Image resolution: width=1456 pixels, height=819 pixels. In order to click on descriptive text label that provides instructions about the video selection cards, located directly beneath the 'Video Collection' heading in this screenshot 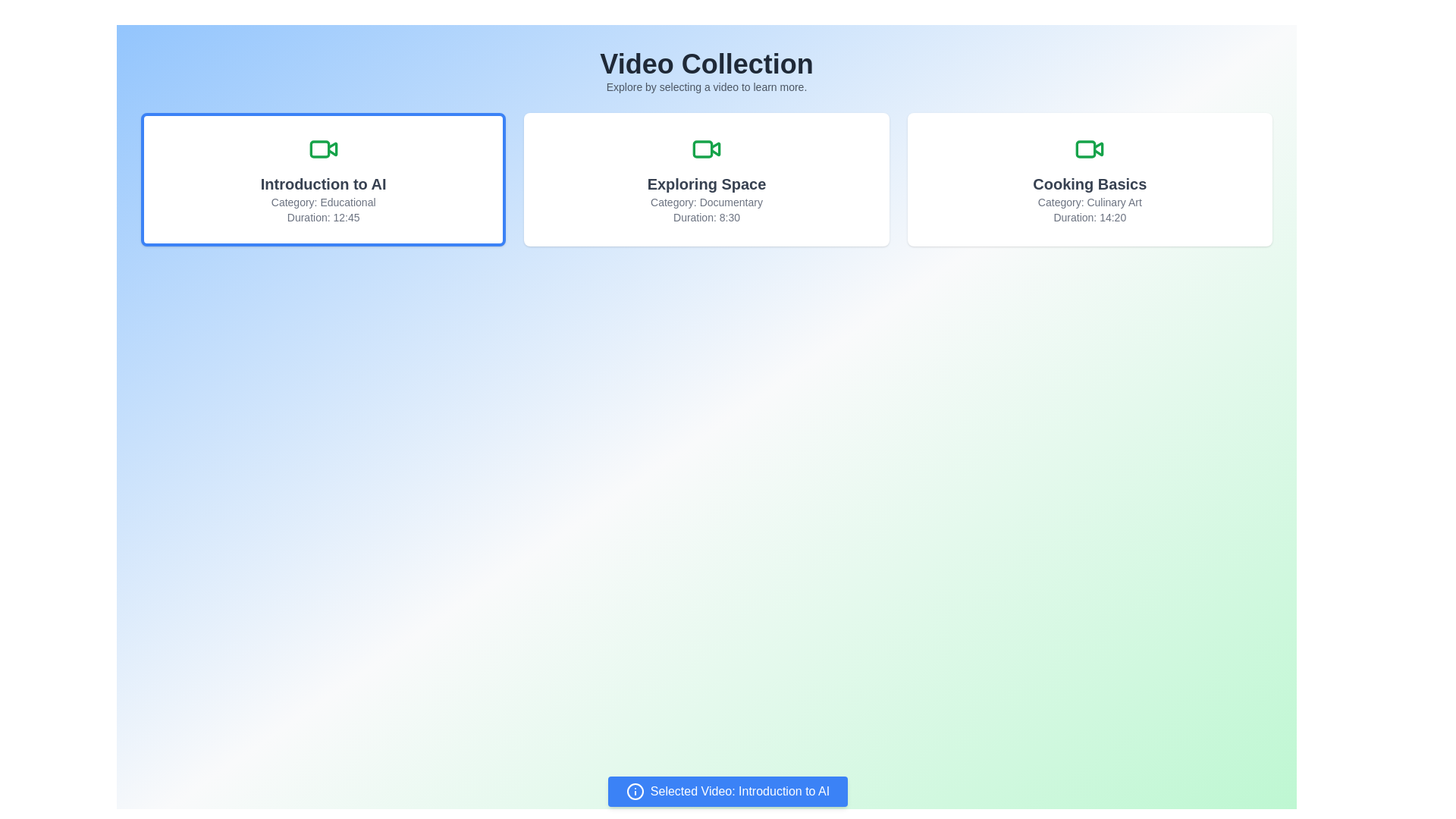, I will do `click(705, 87)`.